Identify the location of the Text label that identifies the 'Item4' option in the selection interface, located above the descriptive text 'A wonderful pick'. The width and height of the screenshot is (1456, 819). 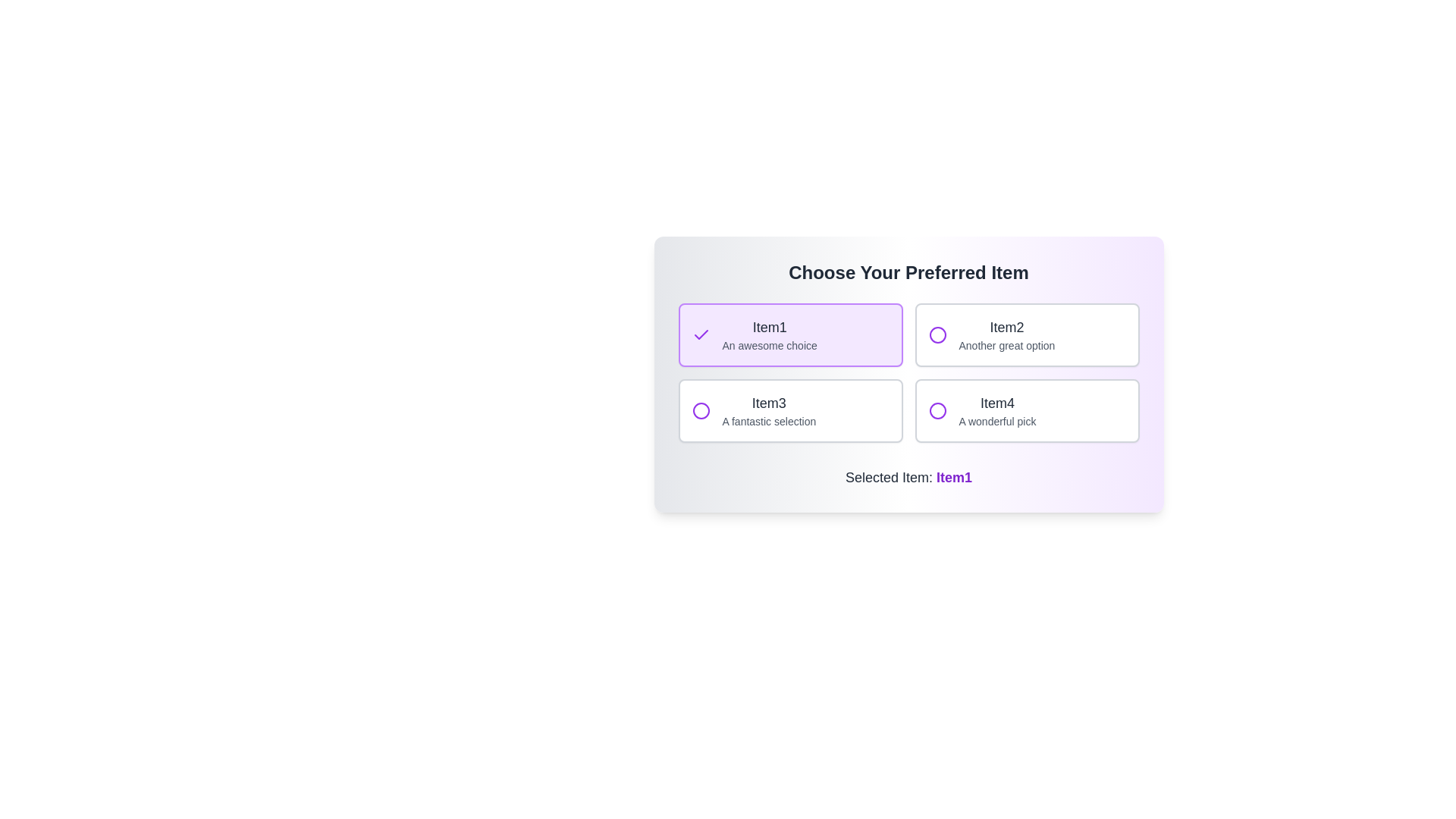
(997, 403).